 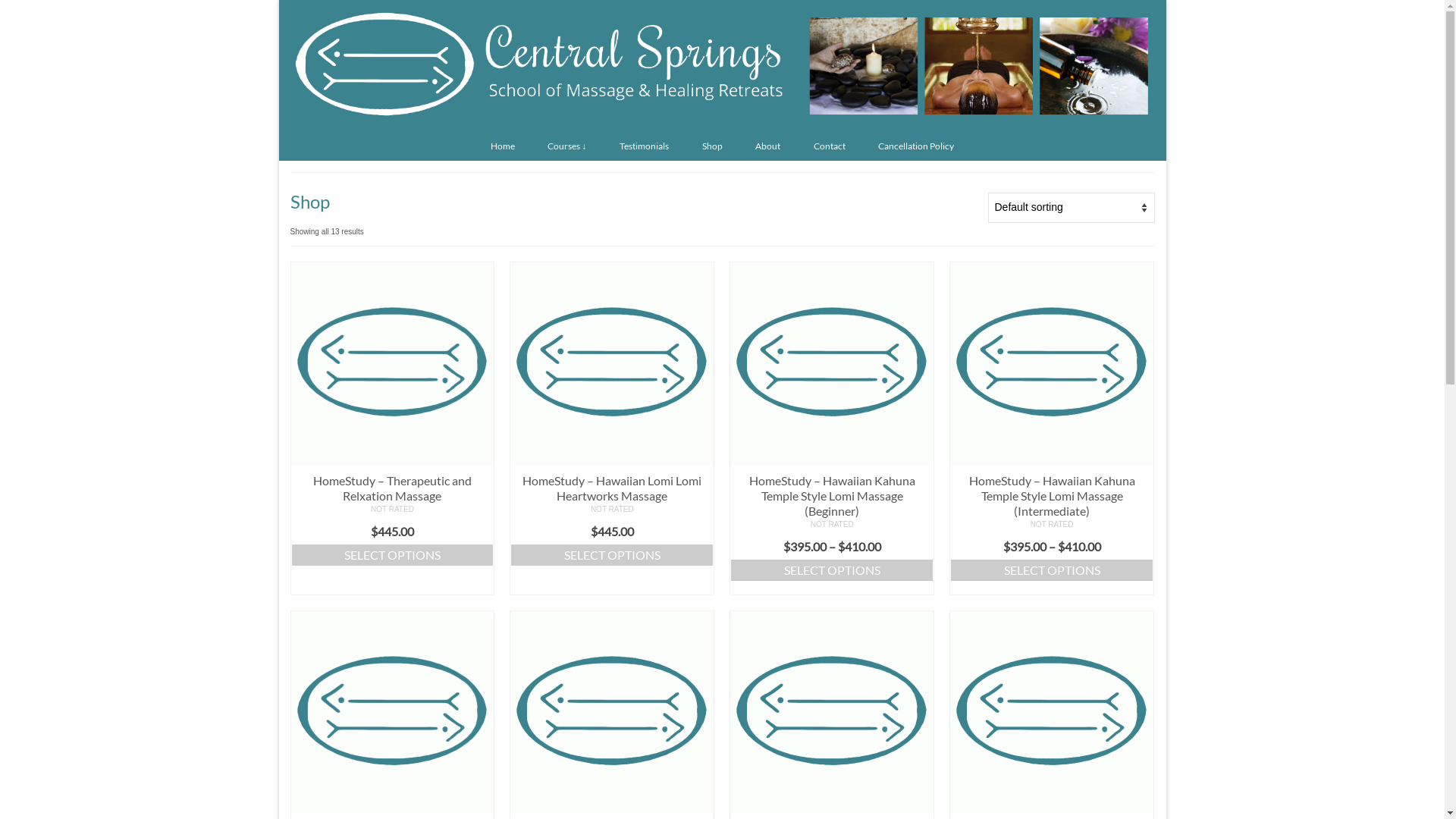 What do you see at coordinates (915, 146) in the screenshot?
I see `'Cancellation Policy'` at bounding box center [915, 146].